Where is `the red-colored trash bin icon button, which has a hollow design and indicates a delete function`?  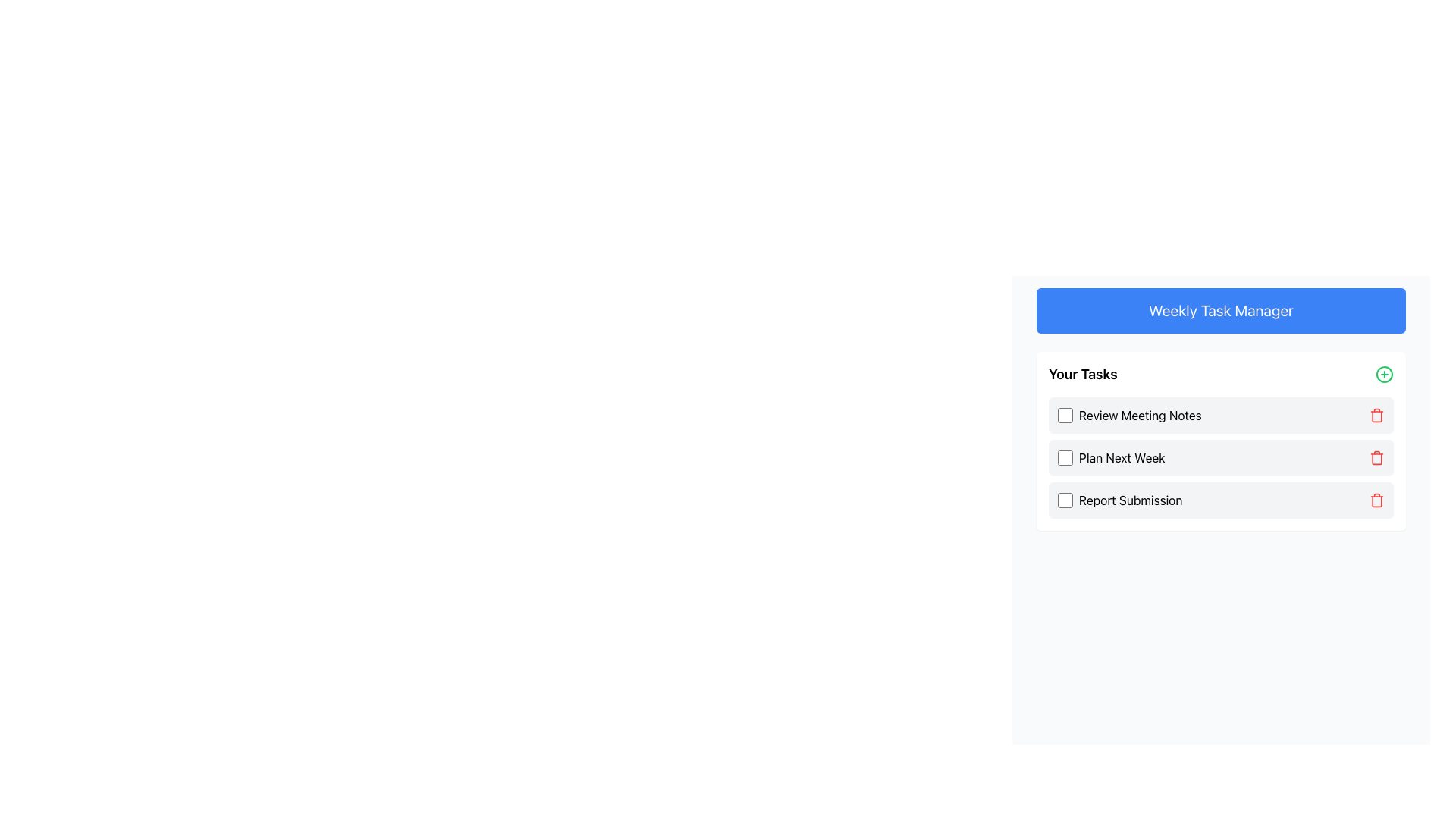
the red-colored trash bin icon button, which has a hollow design and indicates a delete function is located at coordinates (1376, 415).